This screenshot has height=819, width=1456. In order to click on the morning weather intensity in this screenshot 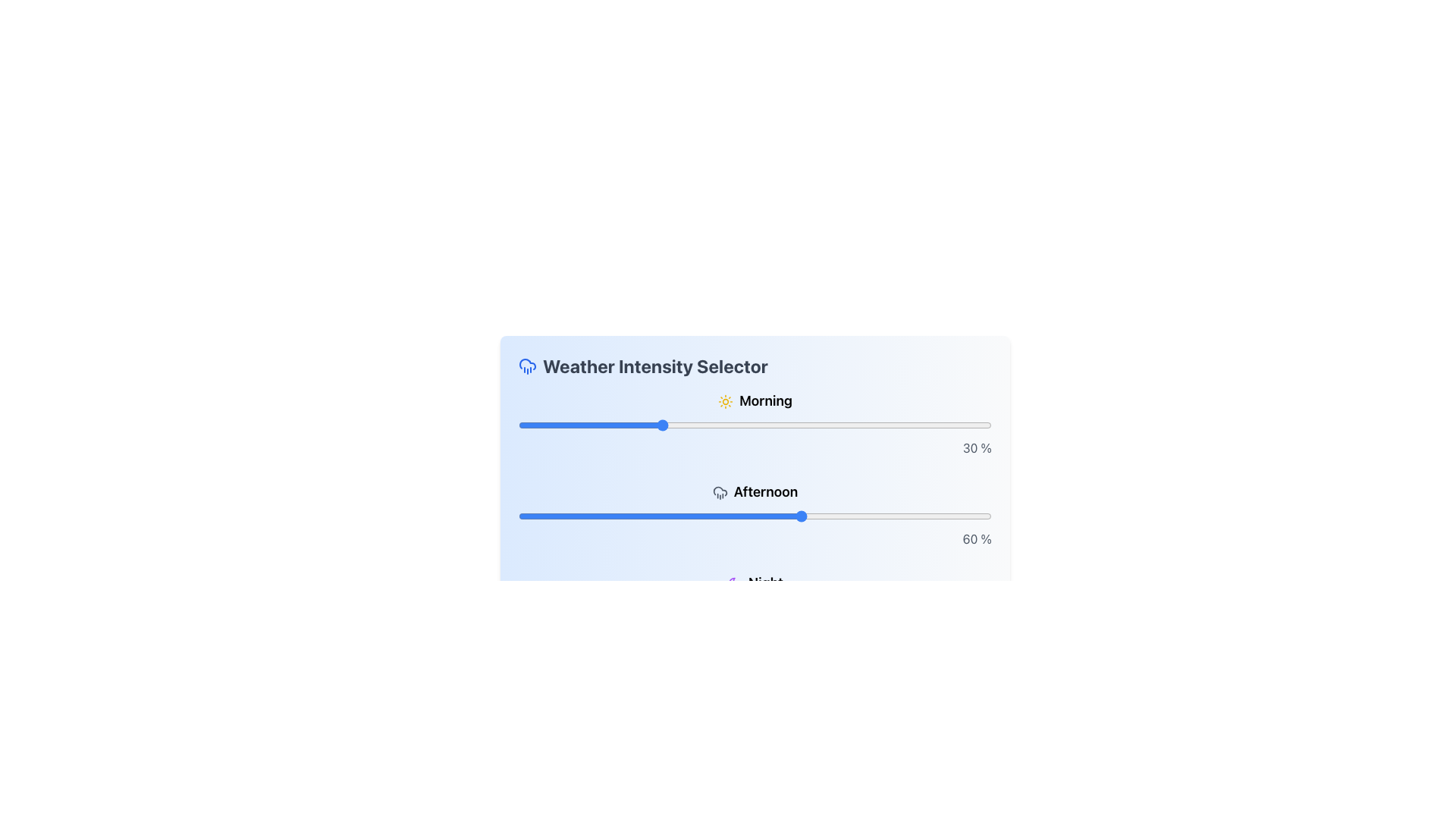, I will do `click(523, 425)`.